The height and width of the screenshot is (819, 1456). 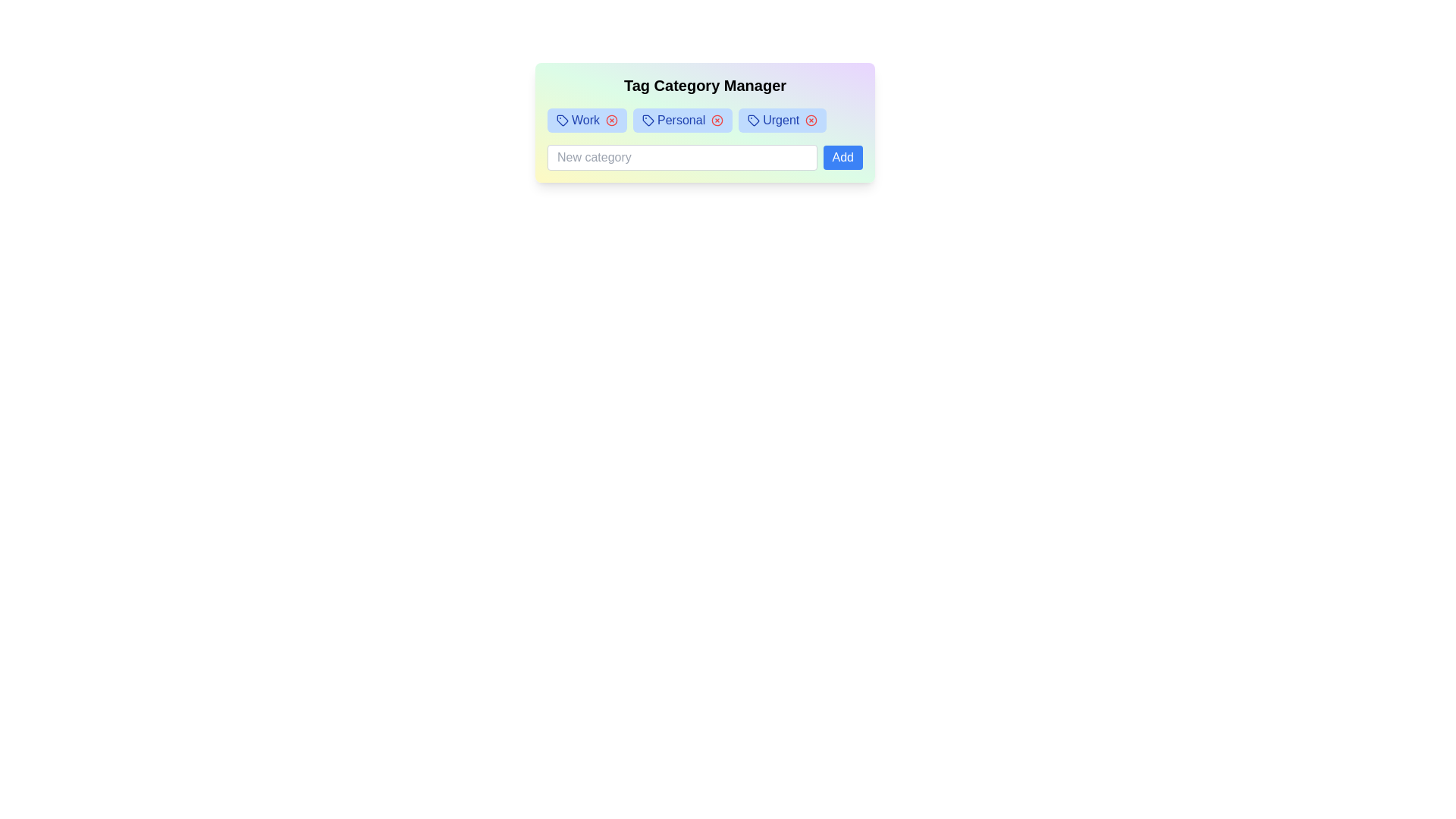 I want to click on the 'Personal' category tag, which is the second tag in a row of three tags ('Work', 'Personal', 'Urgent') located centrally in the upper section of the interface, so click(x=680, y=119).